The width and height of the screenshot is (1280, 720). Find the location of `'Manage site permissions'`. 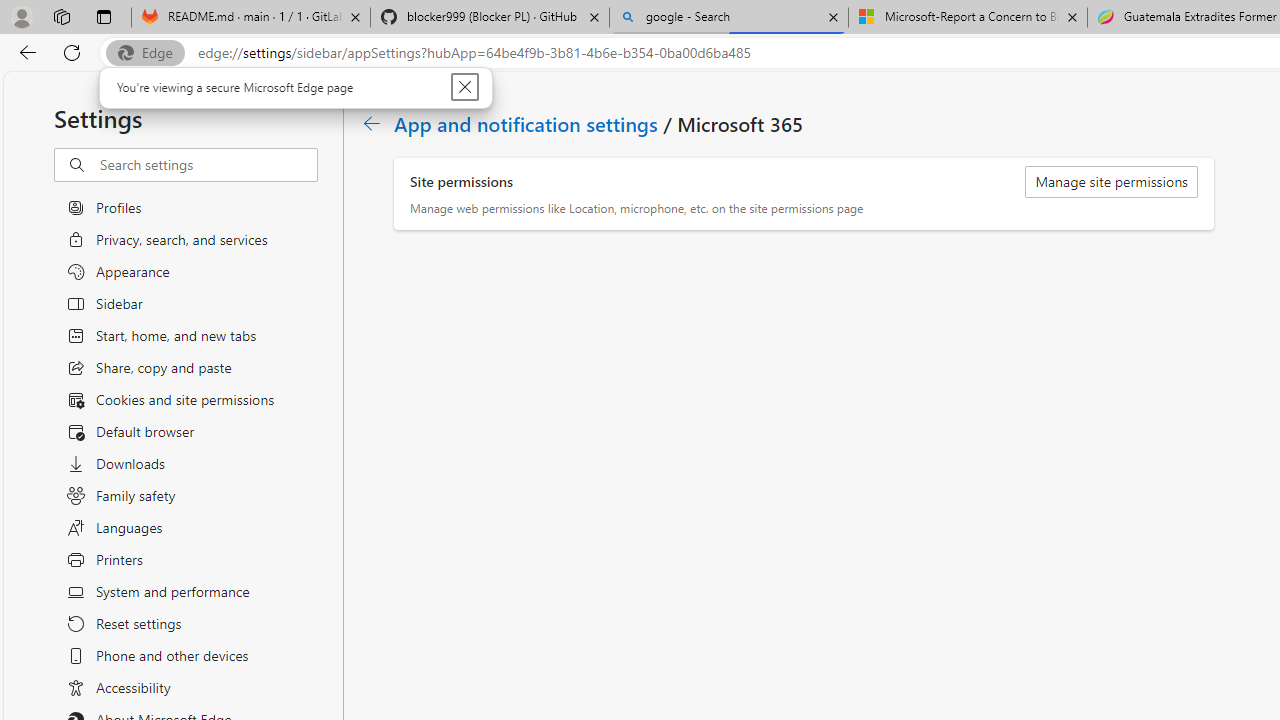

'Manage site permissions' is located at coordinates (1110, 182).